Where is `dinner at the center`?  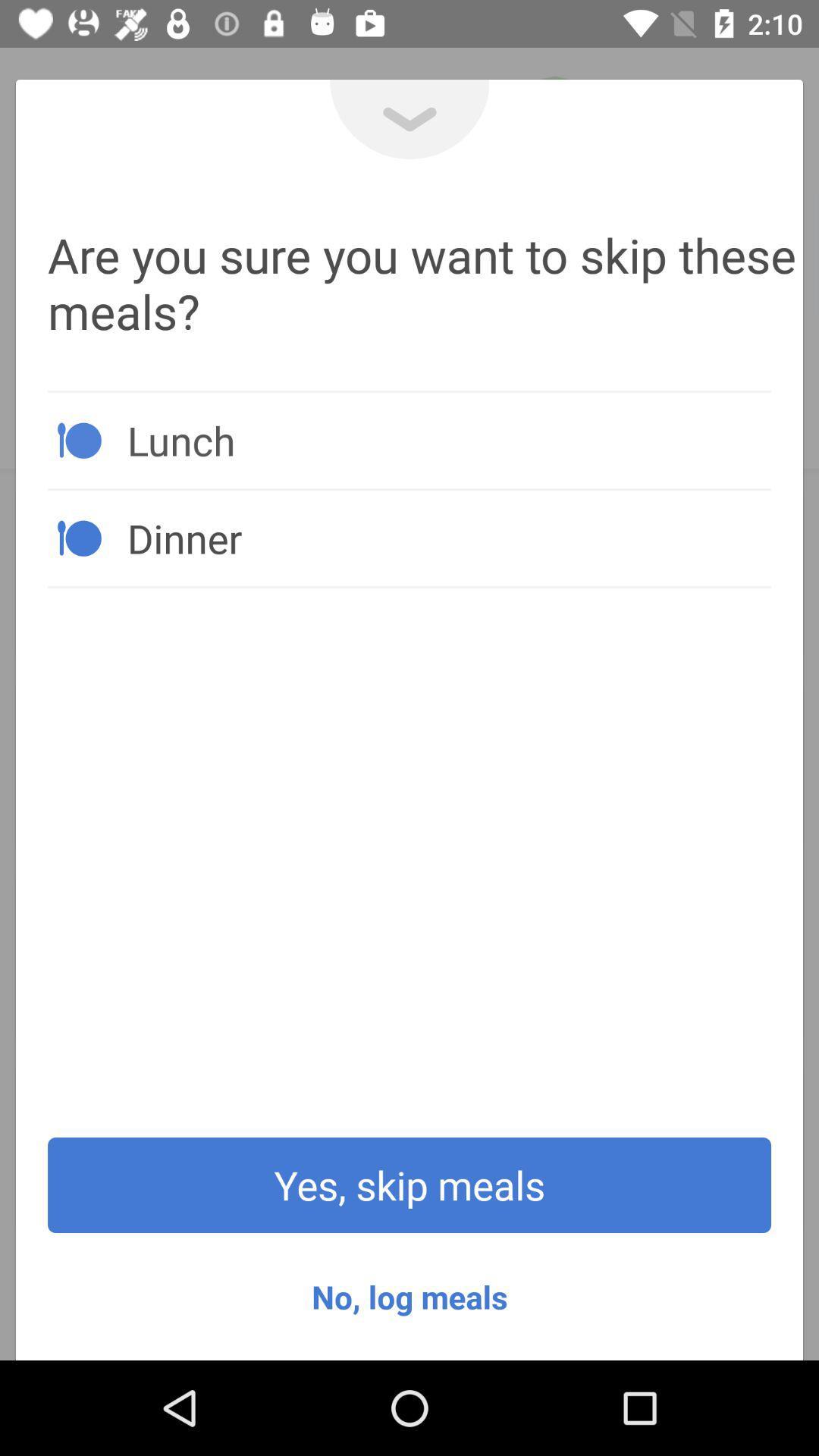
dinner at the center is located at coordinates (448, 538).